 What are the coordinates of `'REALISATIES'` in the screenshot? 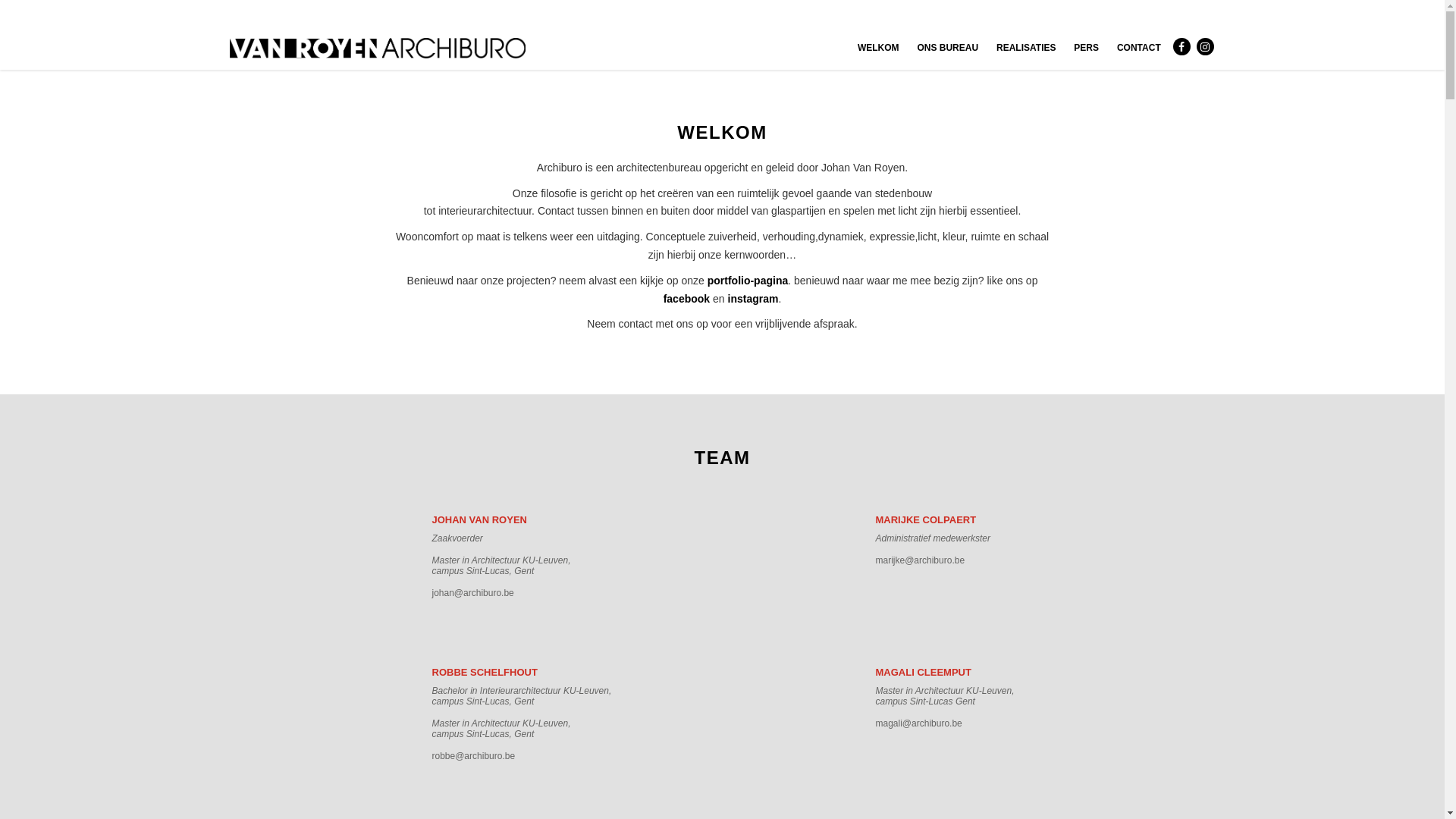 It's located at (1026, 47).